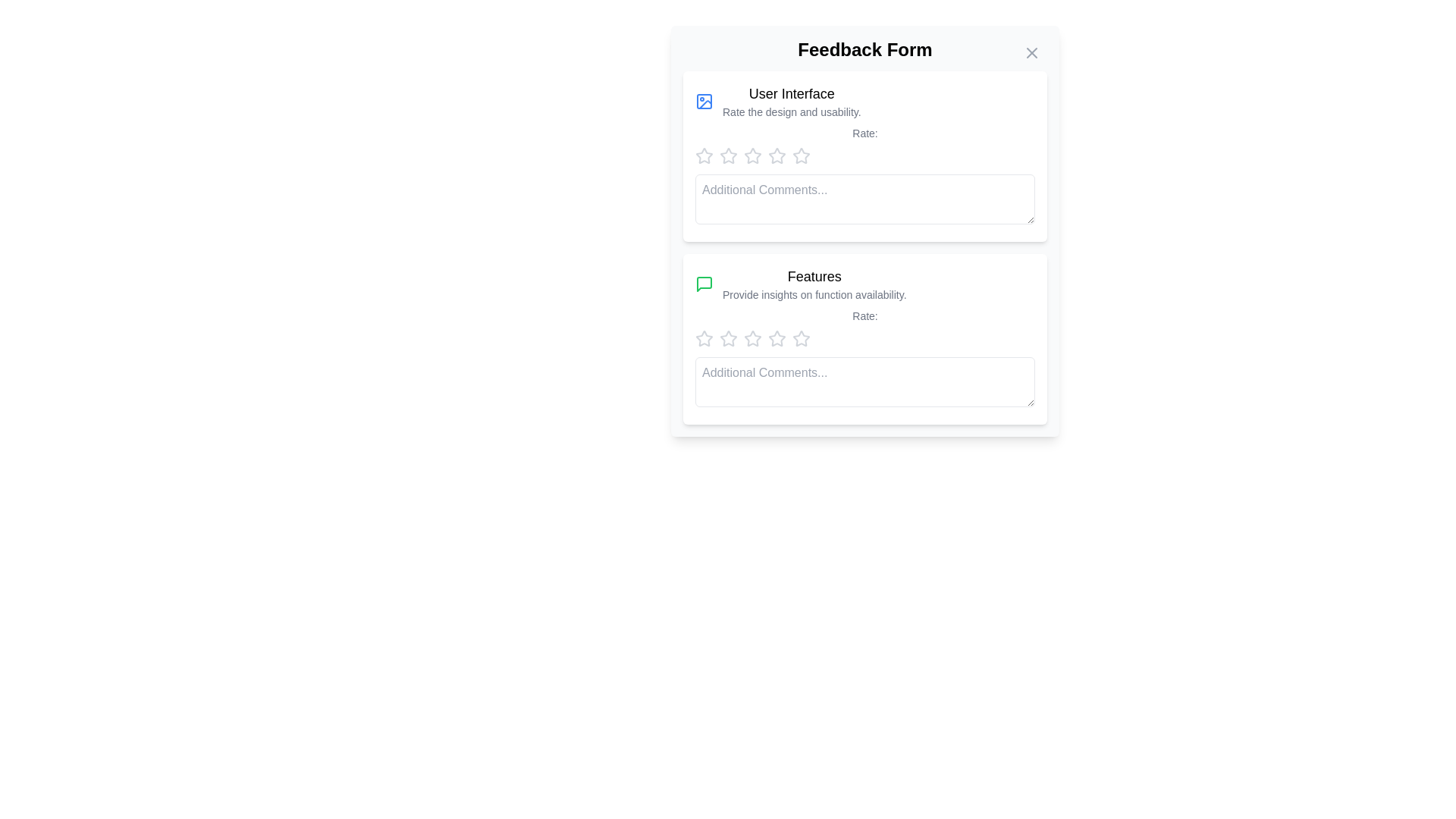 Image resolution: width=1456 pixels, height=819 pixels. I want to click on the small, square-shaped button with an 'X' icon in the center, so click(1031, 52).